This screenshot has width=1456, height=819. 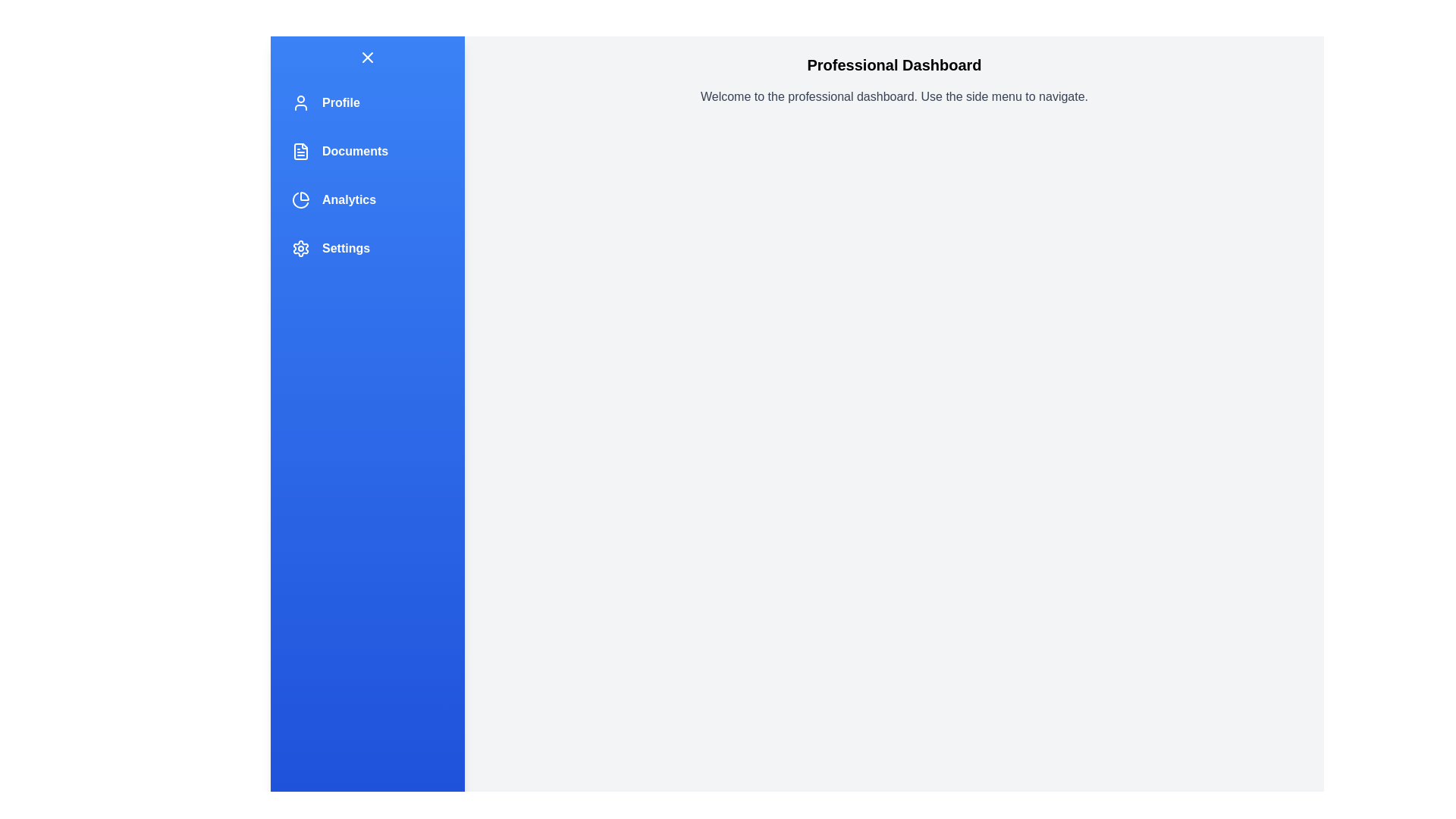 I want to click on the menu item Profile to reveal additional visuals, so click(x=367, y=102).